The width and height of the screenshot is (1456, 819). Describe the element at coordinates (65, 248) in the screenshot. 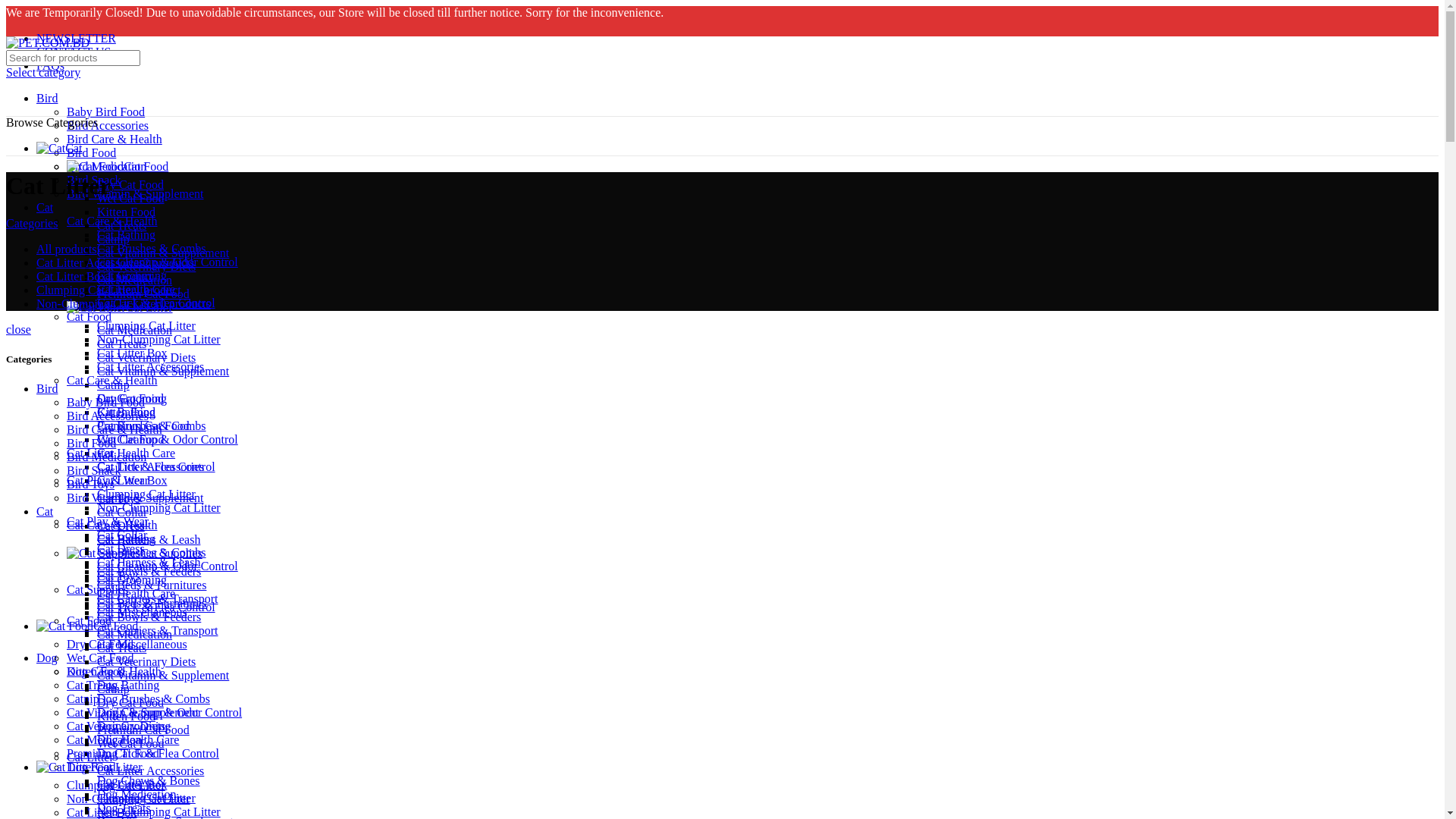

I see `'All products'` at that location.